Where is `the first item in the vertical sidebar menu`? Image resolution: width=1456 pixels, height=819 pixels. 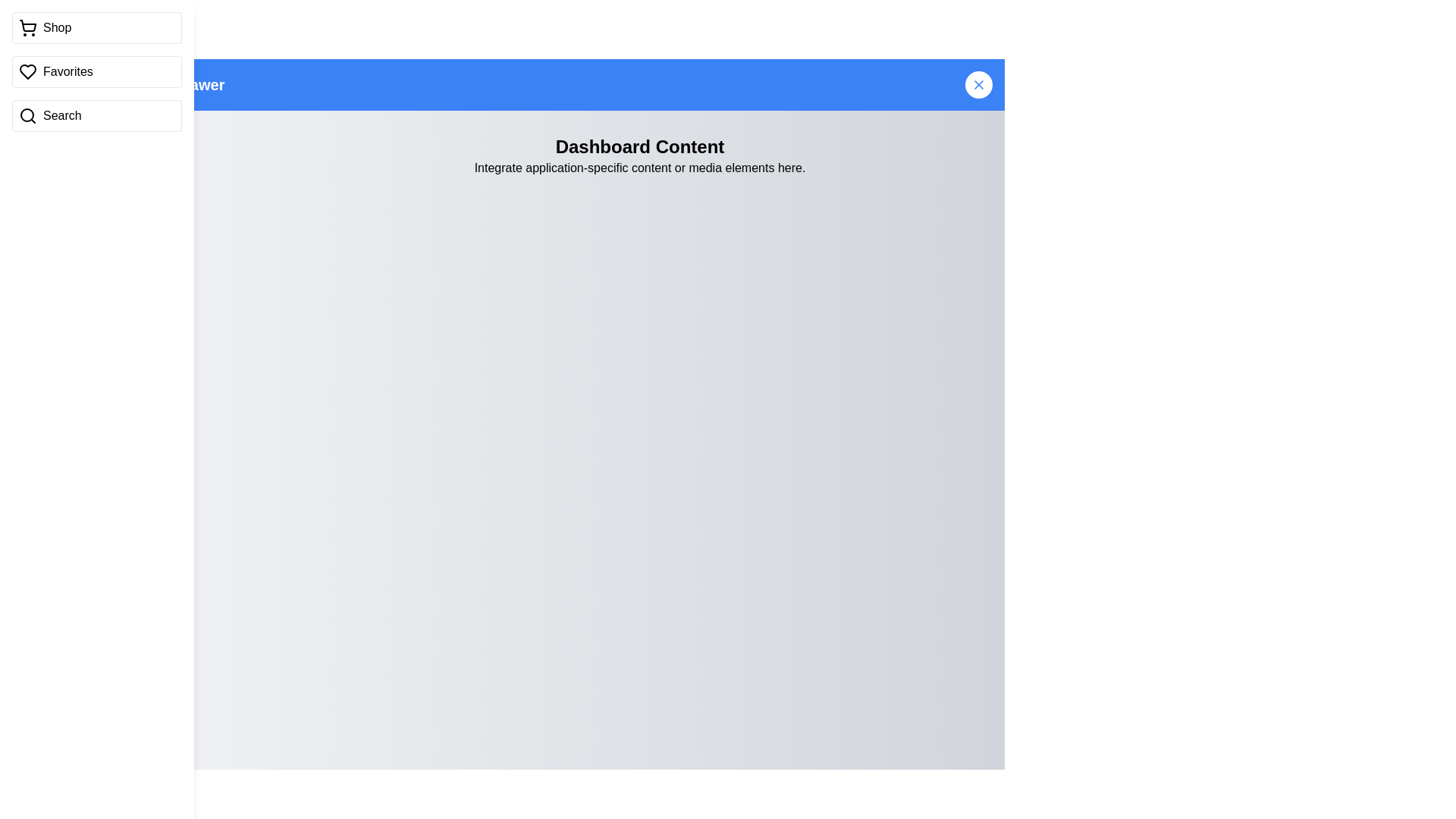
the first item in the vertical sidebar menu is located at coordinates (96, 72).